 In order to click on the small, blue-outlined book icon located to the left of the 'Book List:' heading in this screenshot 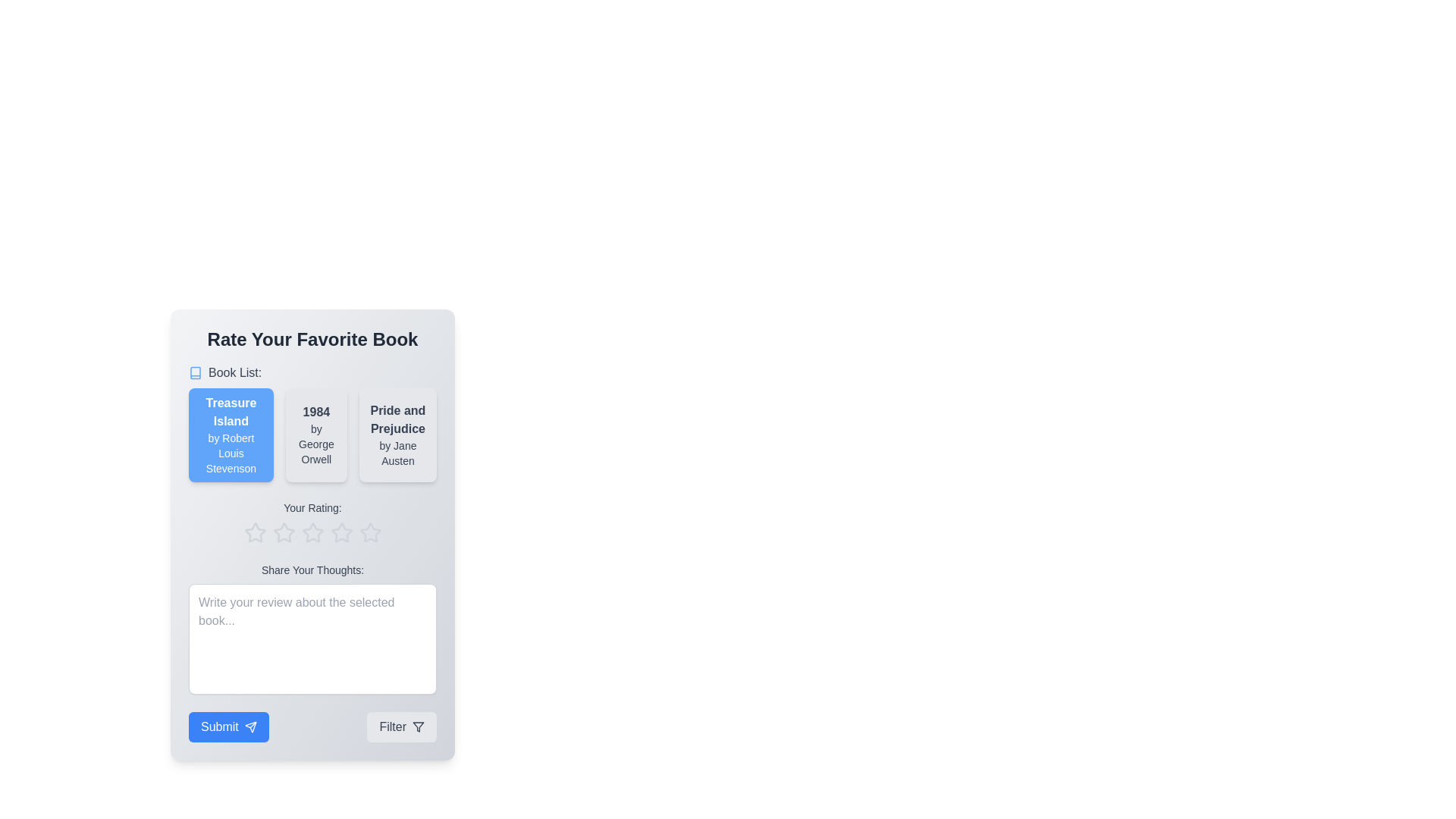, I will do `click(195, 373)`.